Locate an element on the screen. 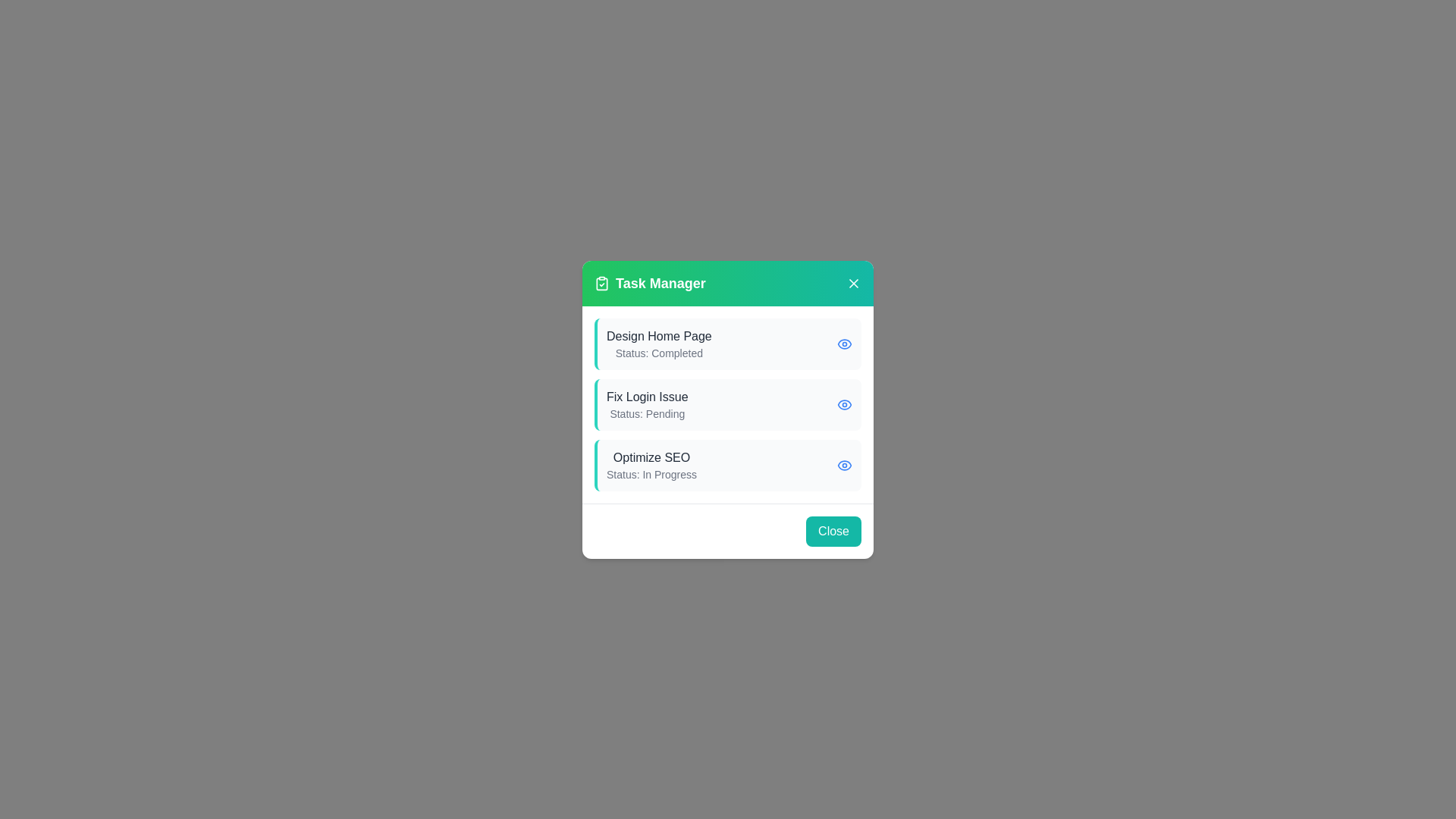 The height and width of the screenshot is (819, 1456). the close button icon located in the top-right corner of the 'Task Manager' header panel is located at coordinates (854, 283).